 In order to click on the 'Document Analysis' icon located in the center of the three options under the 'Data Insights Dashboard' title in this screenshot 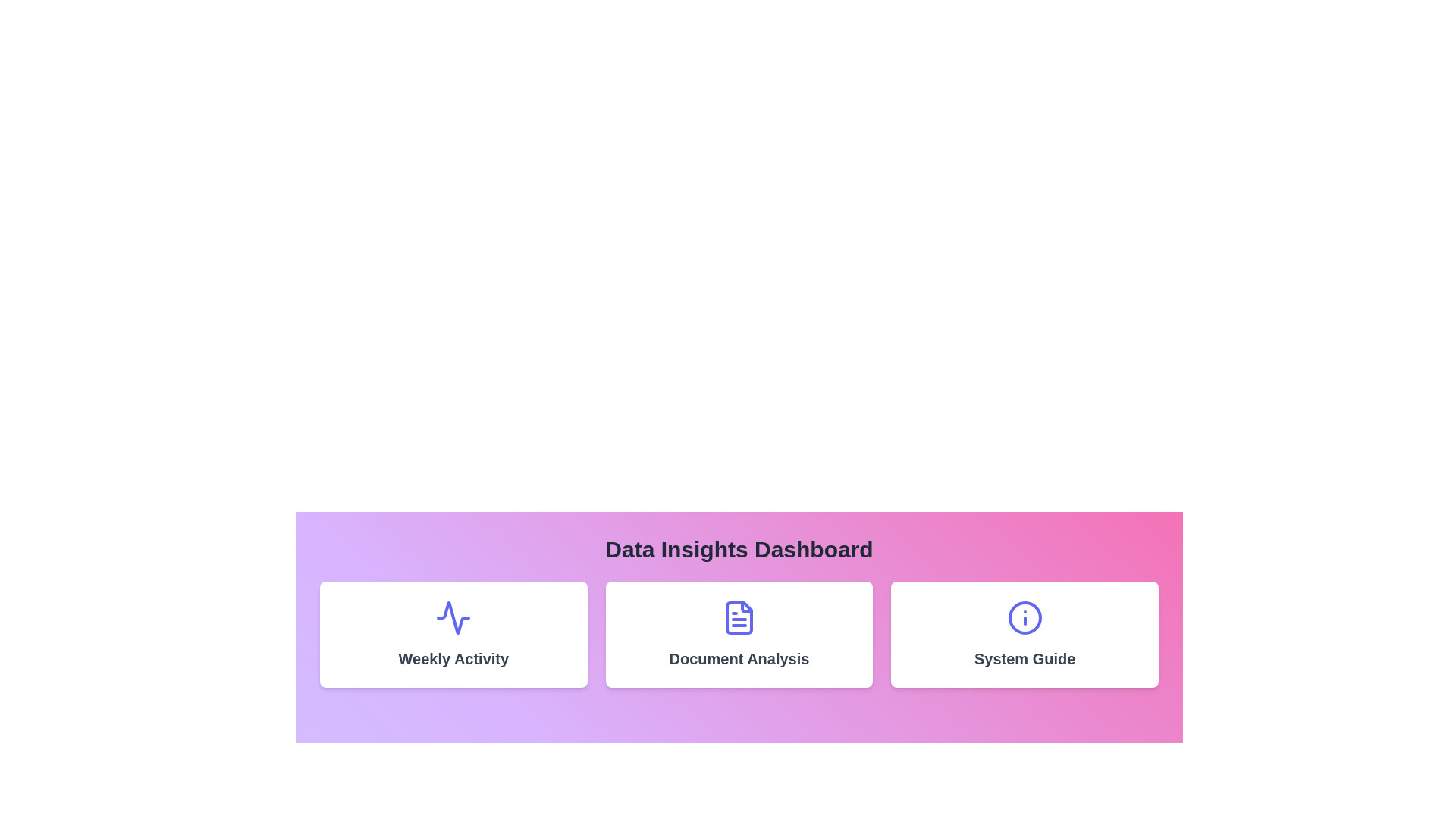, I will do `click(739, 617)`.